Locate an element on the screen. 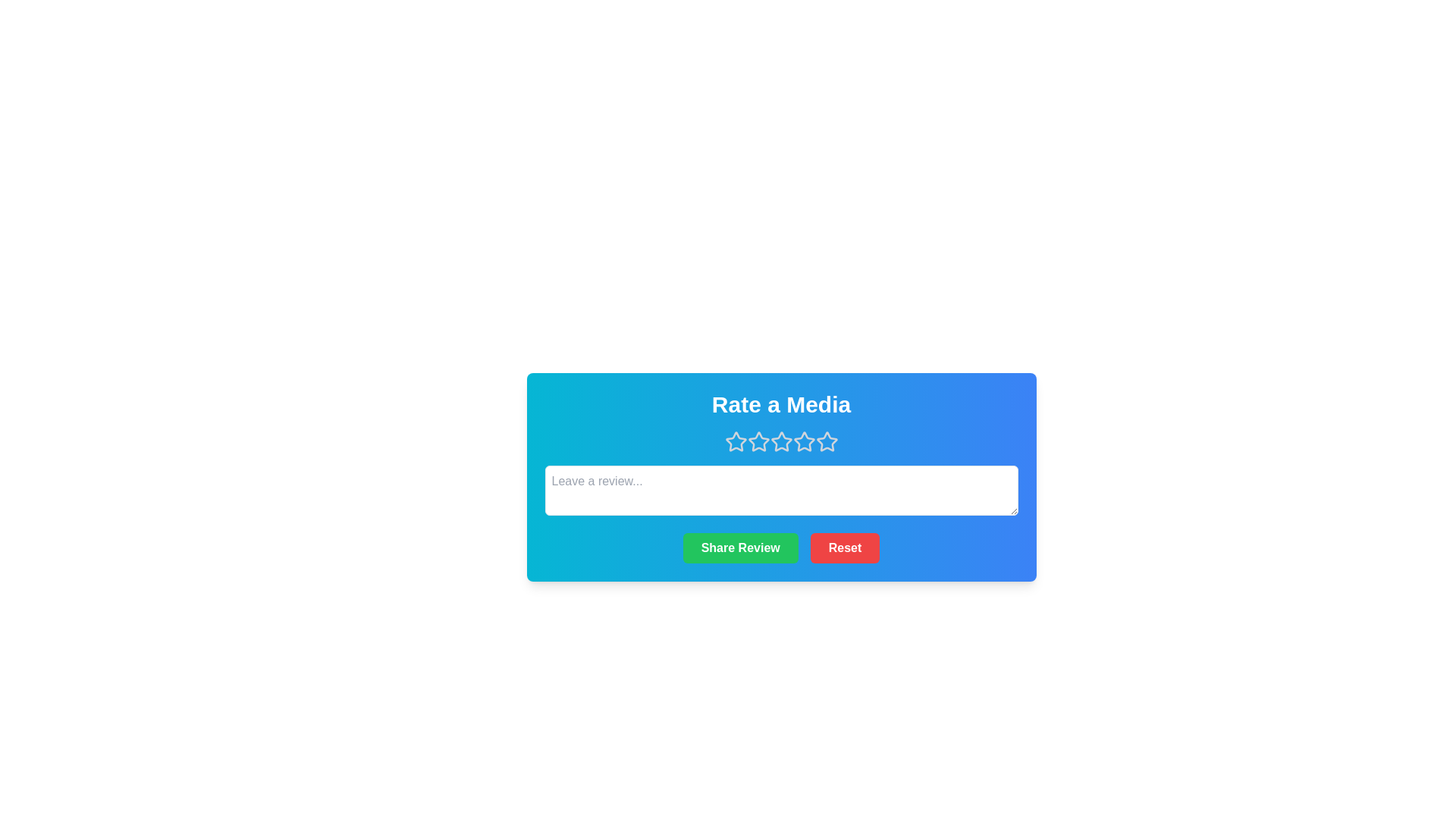 The image size is (1456, 819). the 'Share Review' button is located at coordinates (740, 548).